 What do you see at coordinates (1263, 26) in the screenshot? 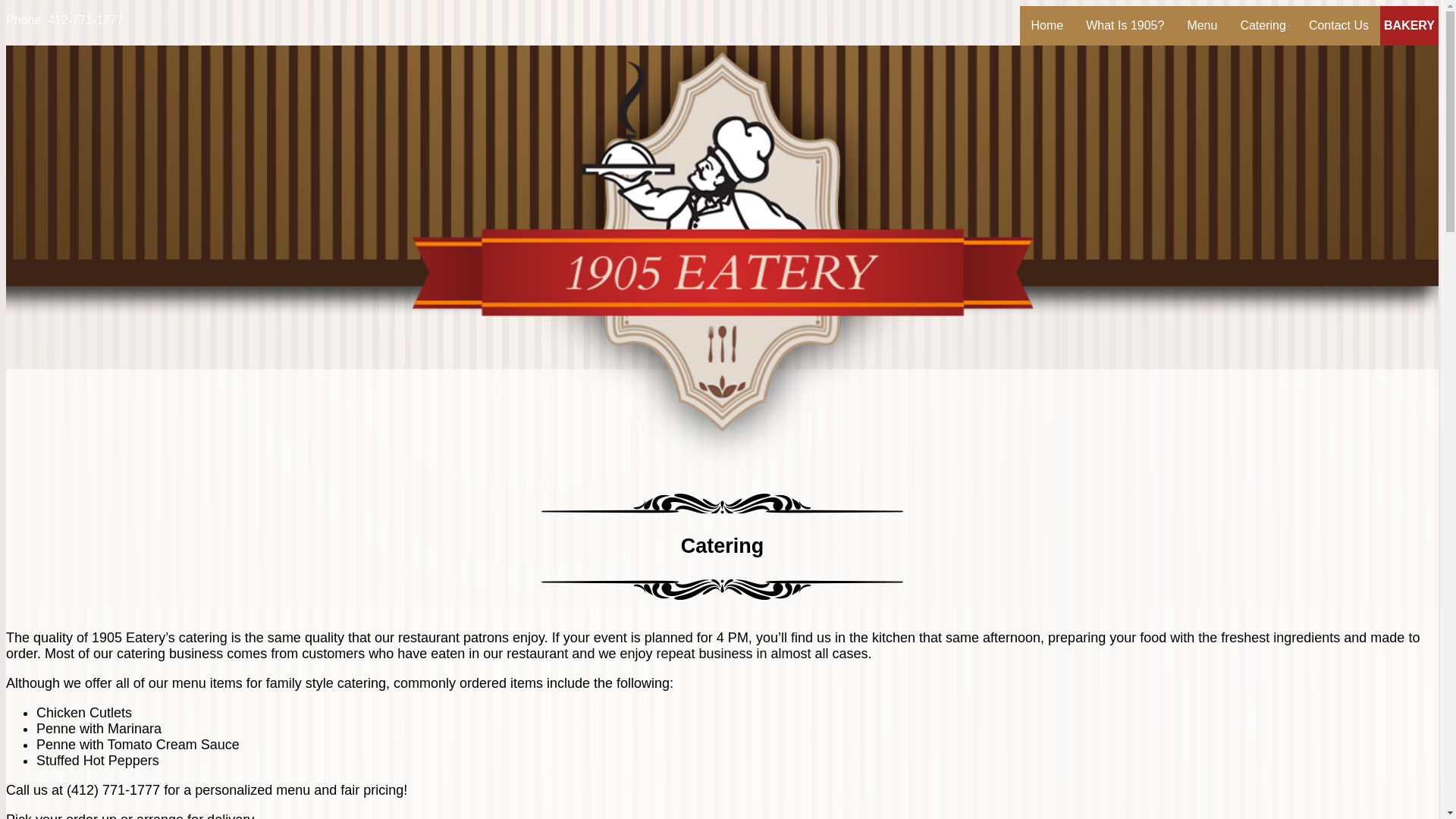
I see `'Catering'` at bounding box center [1263, 26].